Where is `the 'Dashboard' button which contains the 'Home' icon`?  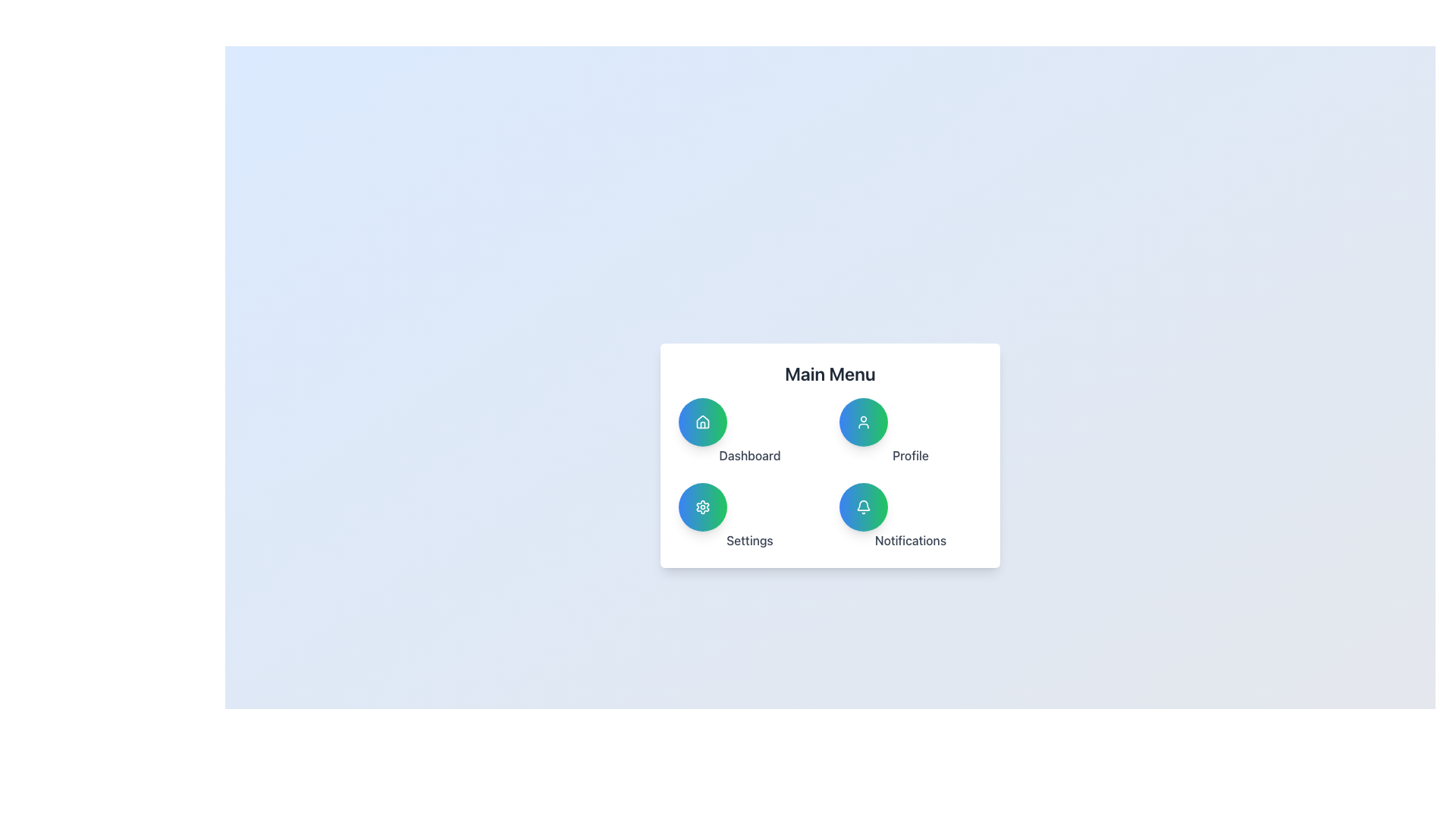
the 'Dashboard' button which contains the 'Home' icon is located at coordinates (701, 422).